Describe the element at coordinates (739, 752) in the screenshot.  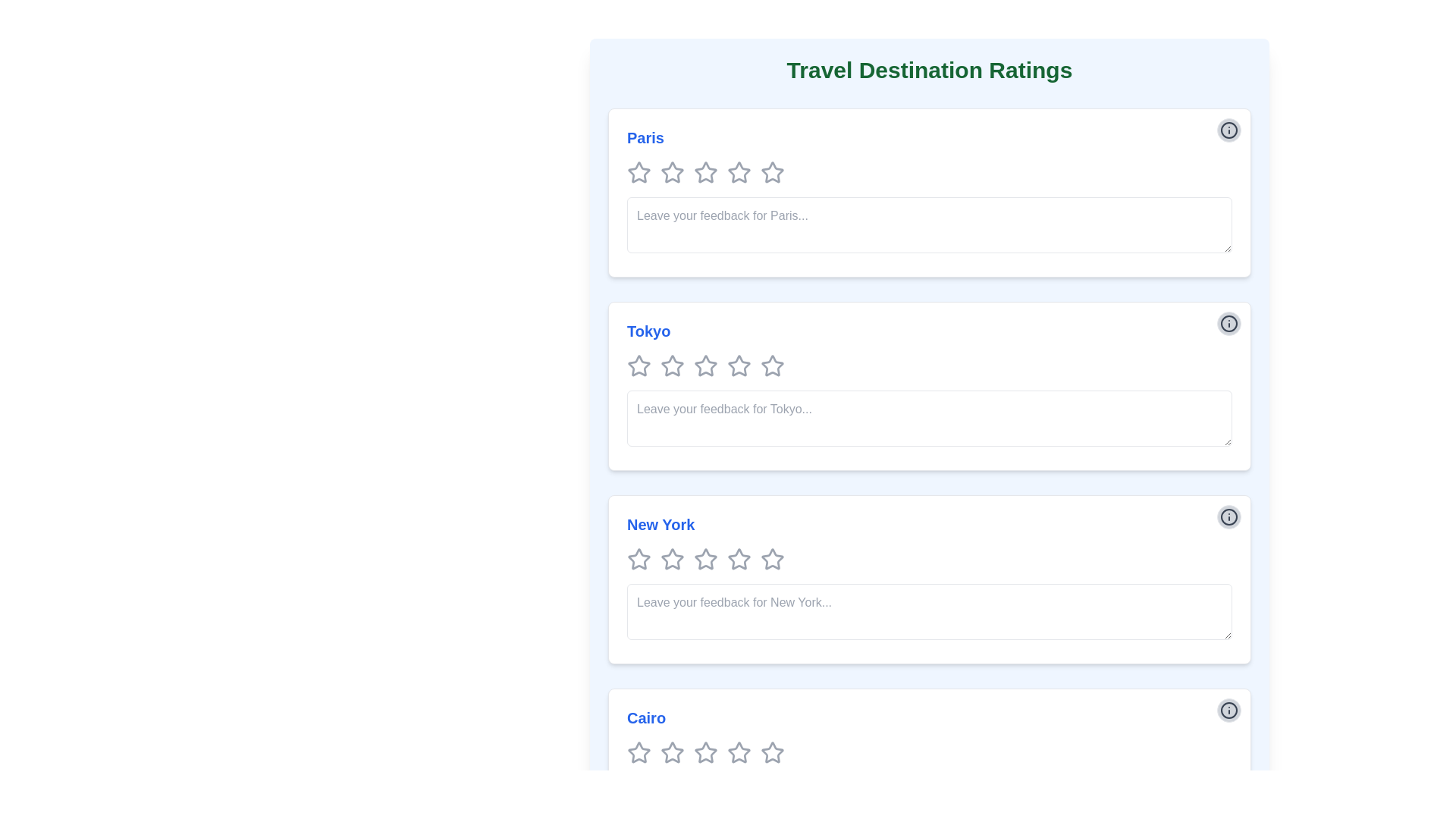
I see `the fifth rating star icon in the 'Cairo' rating section` at that location.